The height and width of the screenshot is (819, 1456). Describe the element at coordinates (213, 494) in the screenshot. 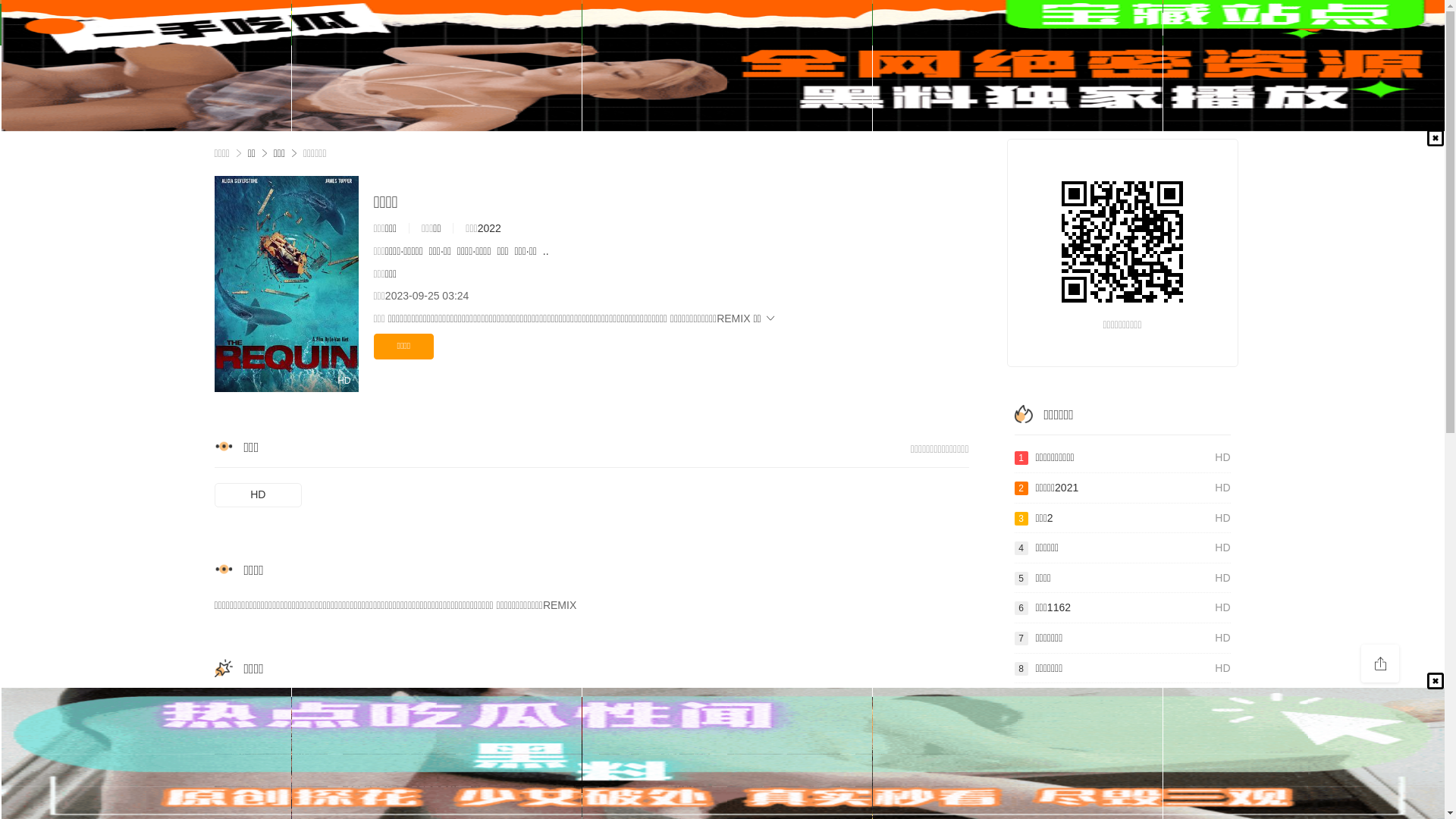

I see `'HD'` at that location.